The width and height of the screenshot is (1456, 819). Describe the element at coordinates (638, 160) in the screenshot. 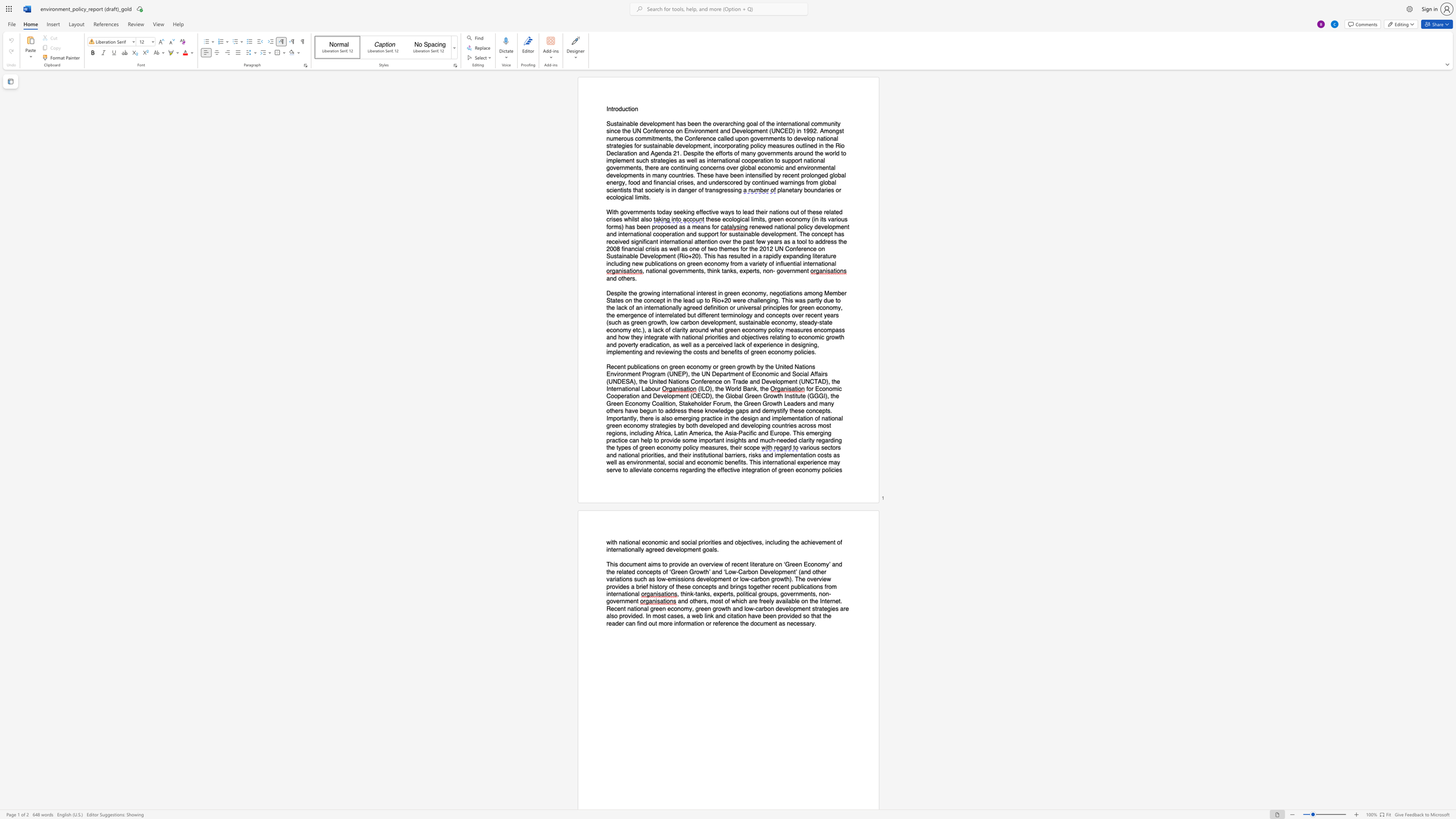

I see `the subset text "uch strategies as well as international cooperation to support national governments, there are continuing concerns over global economic and environmental de" within the text "commitments, the Conference called upon governments to develop national strategies for sustainable development, incorporating policy measures outlined in the Rio Declaration and Agenda 21. Despite the efforts of many governments around the world to implement such strategies as well as international cooperation to support national governments, there are continuing concerns over global economic and environmental developments in many countries. These have been intensified by recent prolonged global energy,"` at that location.